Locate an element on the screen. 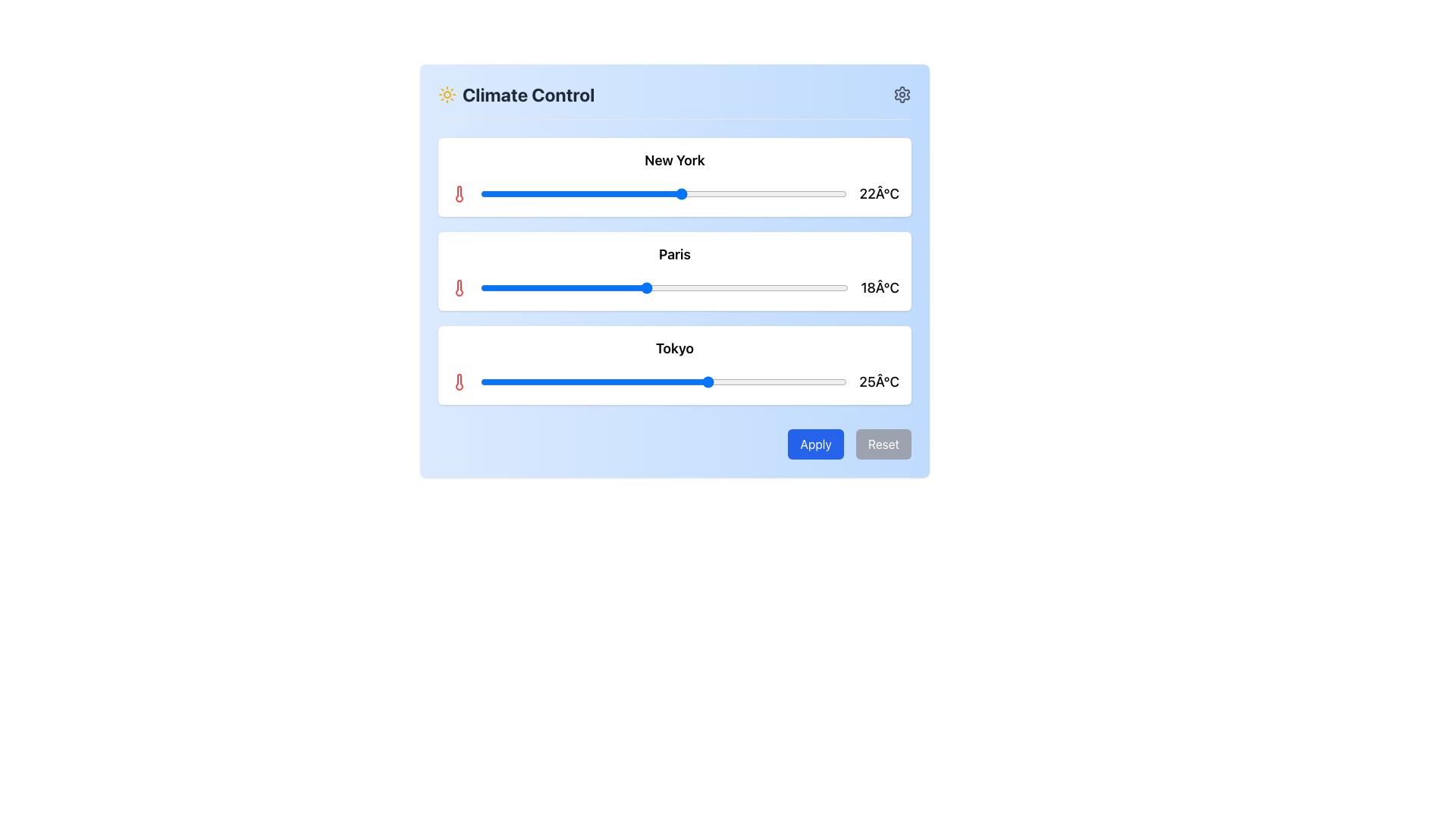  the text label displaying '18Â°C' which is styled with larger and bold typography, located at the rightmost edge of the second row within the 'Climate Control' panel is located at coordinates (880, 288).